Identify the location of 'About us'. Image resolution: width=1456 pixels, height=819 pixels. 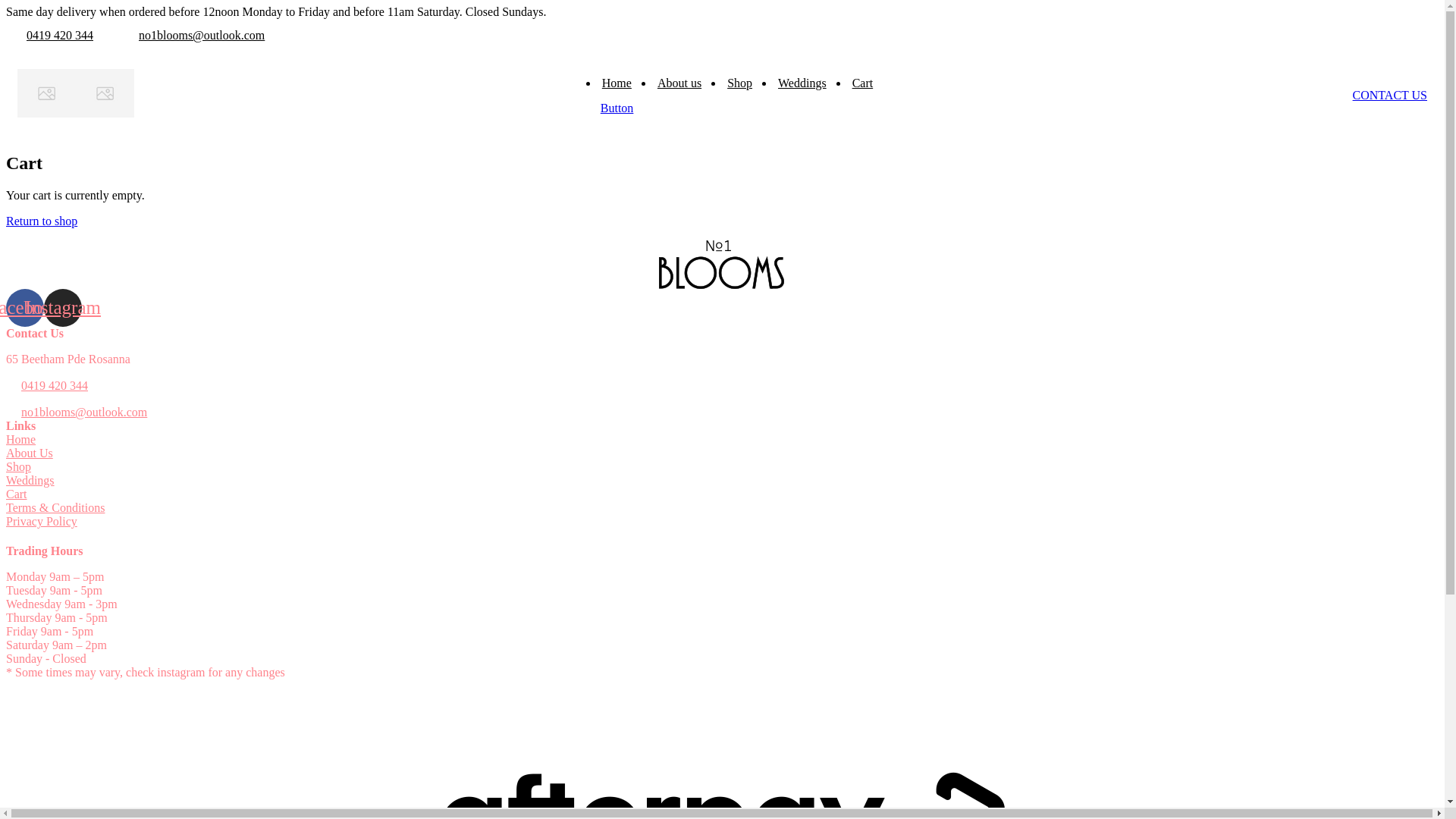
(679, 83).